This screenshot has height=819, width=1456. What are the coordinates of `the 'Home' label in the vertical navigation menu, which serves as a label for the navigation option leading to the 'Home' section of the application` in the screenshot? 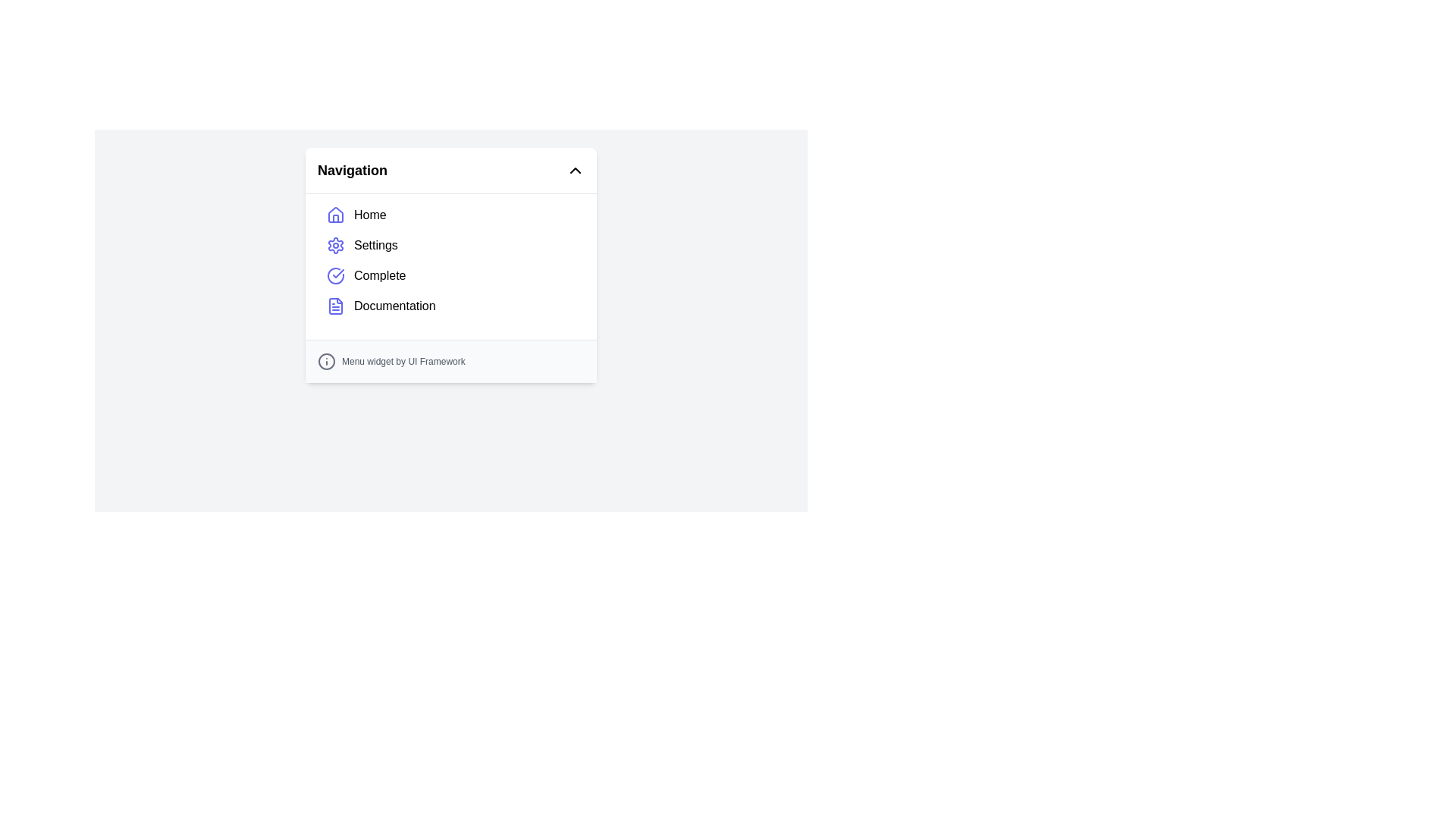 It's located at (370, 215).